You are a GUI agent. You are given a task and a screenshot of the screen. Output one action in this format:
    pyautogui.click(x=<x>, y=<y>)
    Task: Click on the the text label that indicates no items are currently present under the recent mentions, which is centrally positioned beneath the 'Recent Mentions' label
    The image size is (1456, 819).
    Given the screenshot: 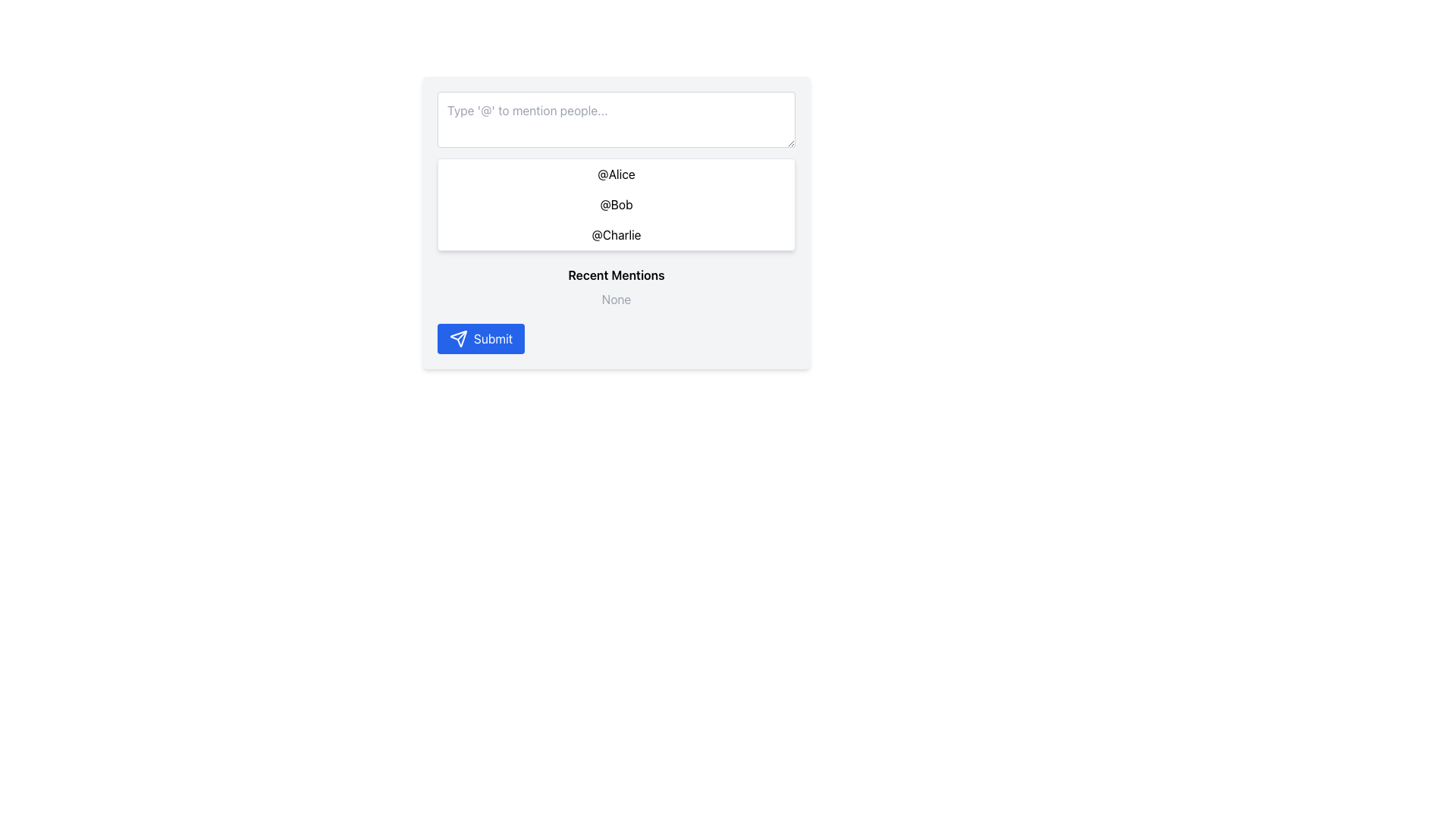 What is the action you would take?
    pyautogui.click(x=616, y=299)
    